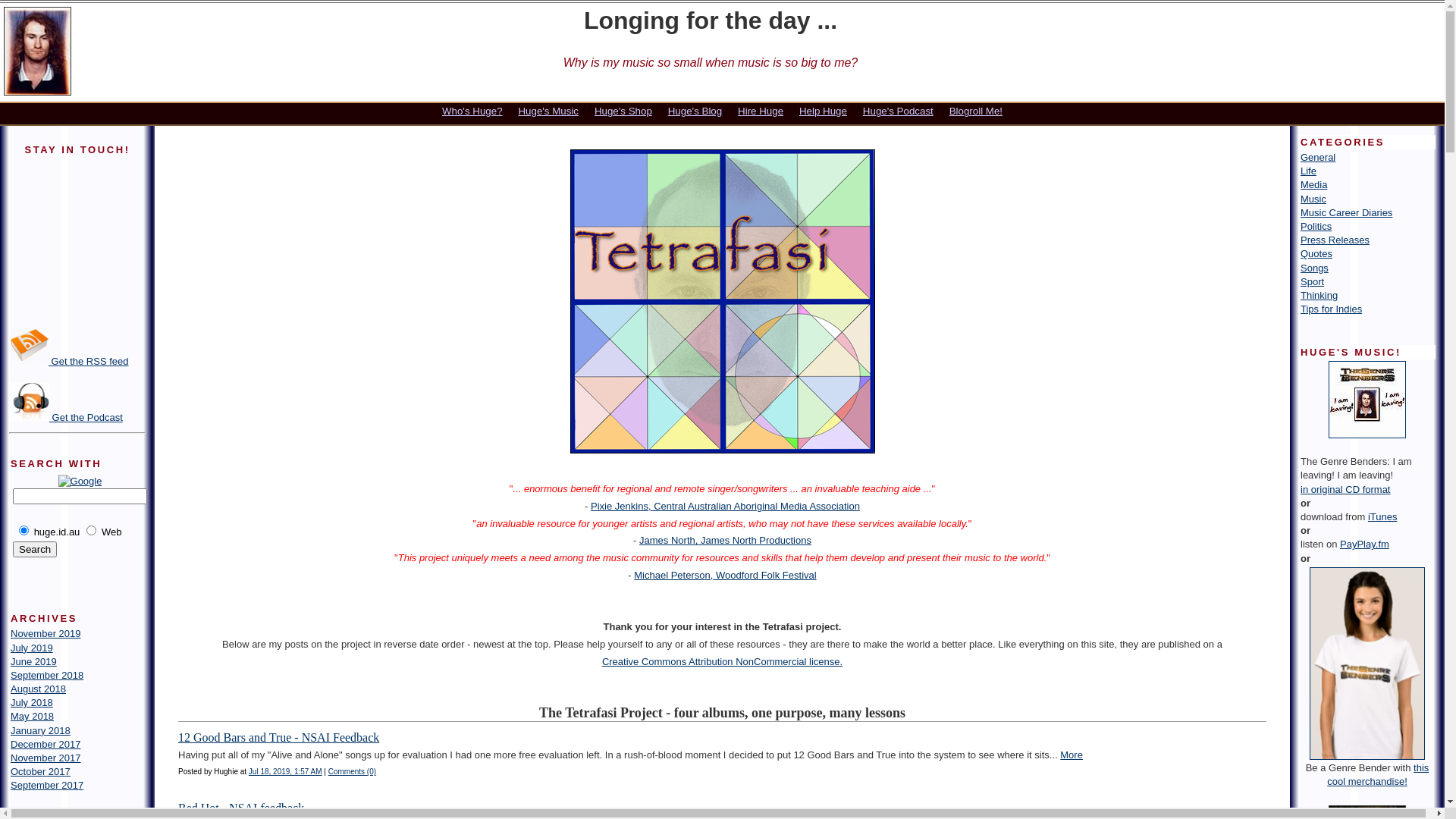 The width and height of the screenshot is (1456, 819). I want to click on 'Comments (0)', so click(327, 771).